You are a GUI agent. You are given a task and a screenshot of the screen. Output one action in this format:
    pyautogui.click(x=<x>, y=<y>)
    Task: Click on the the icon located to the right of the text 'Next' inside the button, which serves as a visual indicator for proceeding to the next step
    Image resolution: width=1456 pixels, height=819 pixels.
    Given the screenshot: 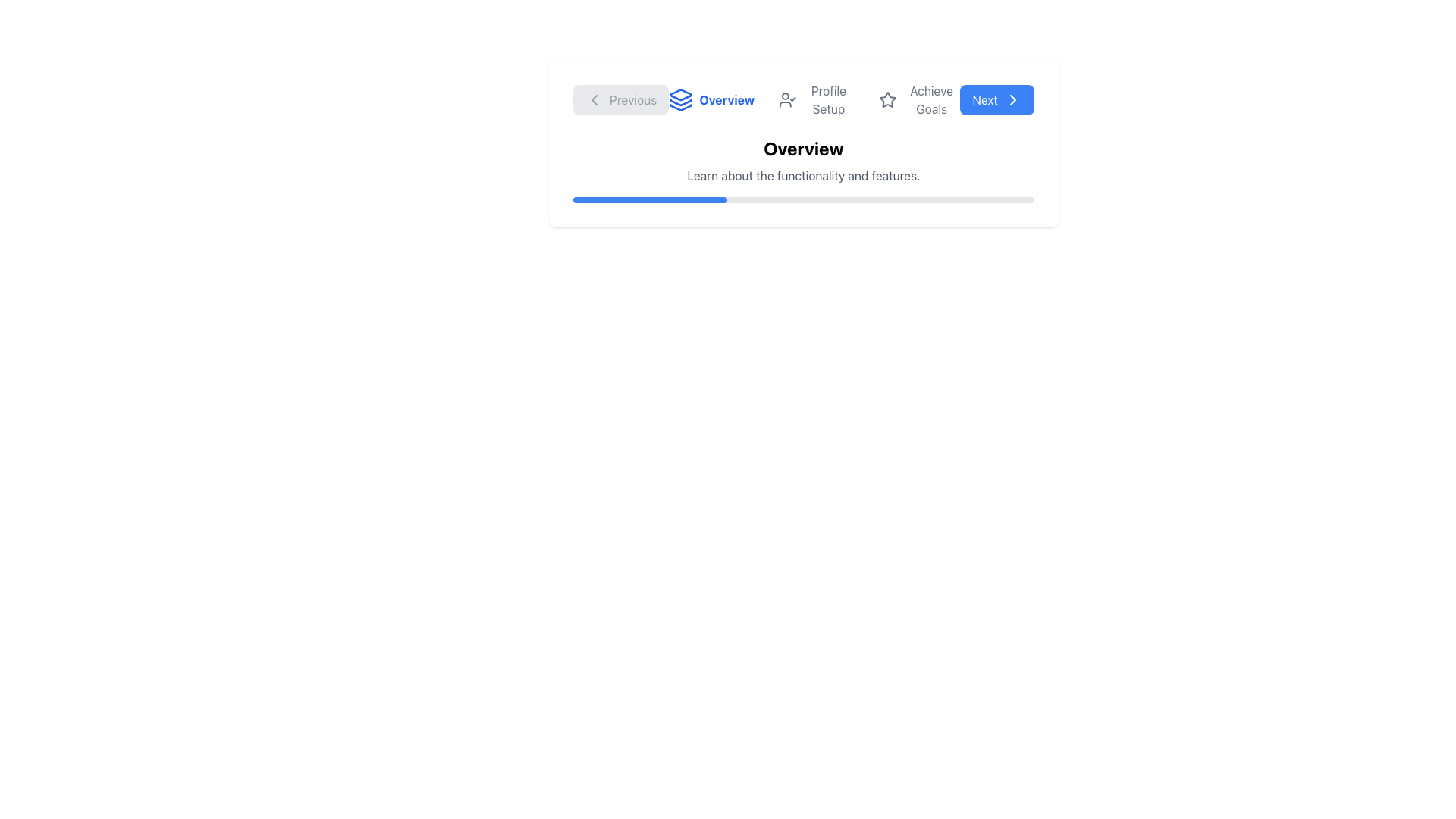 What is the action you would take?
    pyautogui.click(x=1012, y=99)
    